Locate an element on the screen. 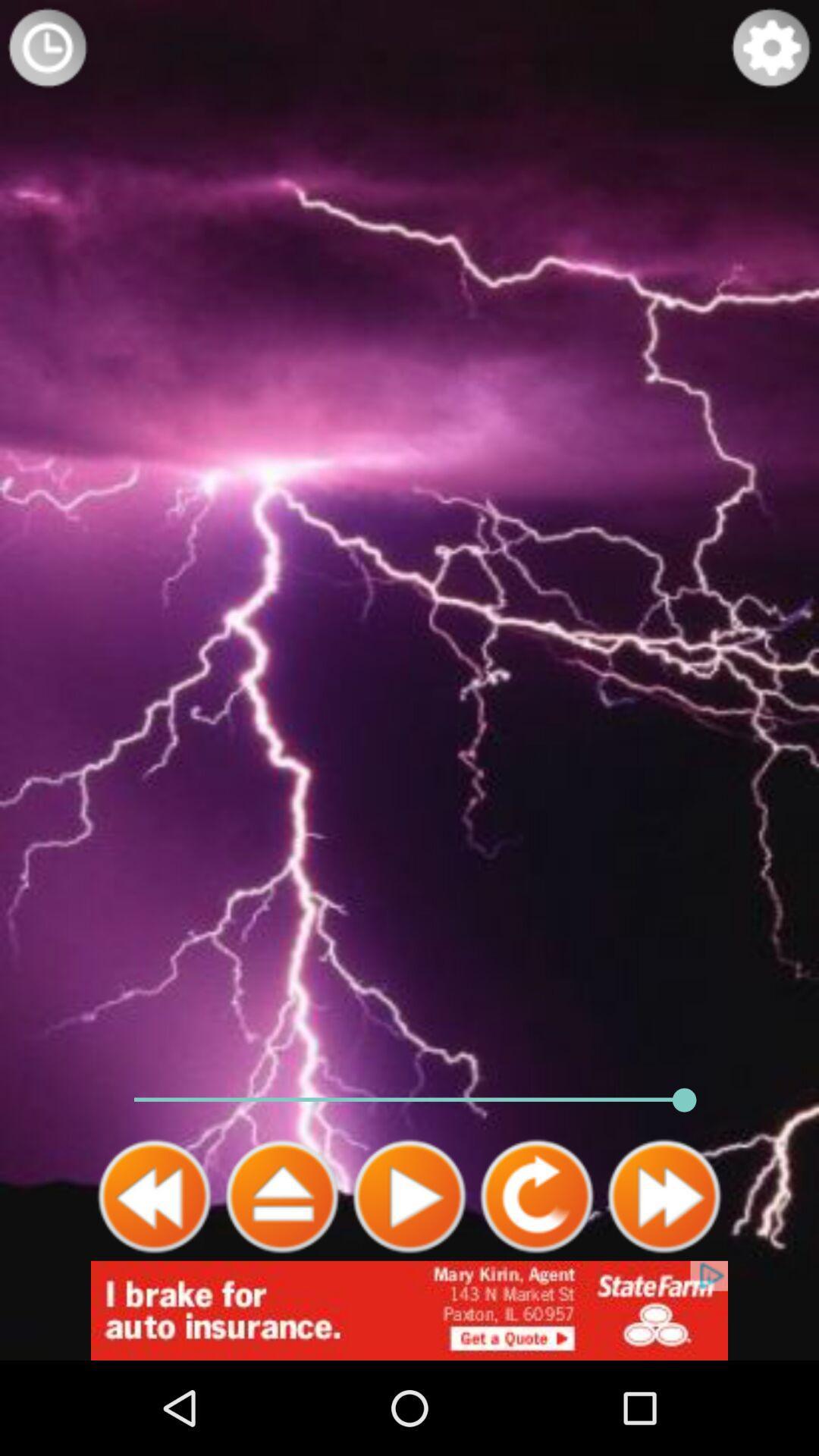 The width and height of the screenshot is (819, 1456). settings is located at coordinates (771, 47).